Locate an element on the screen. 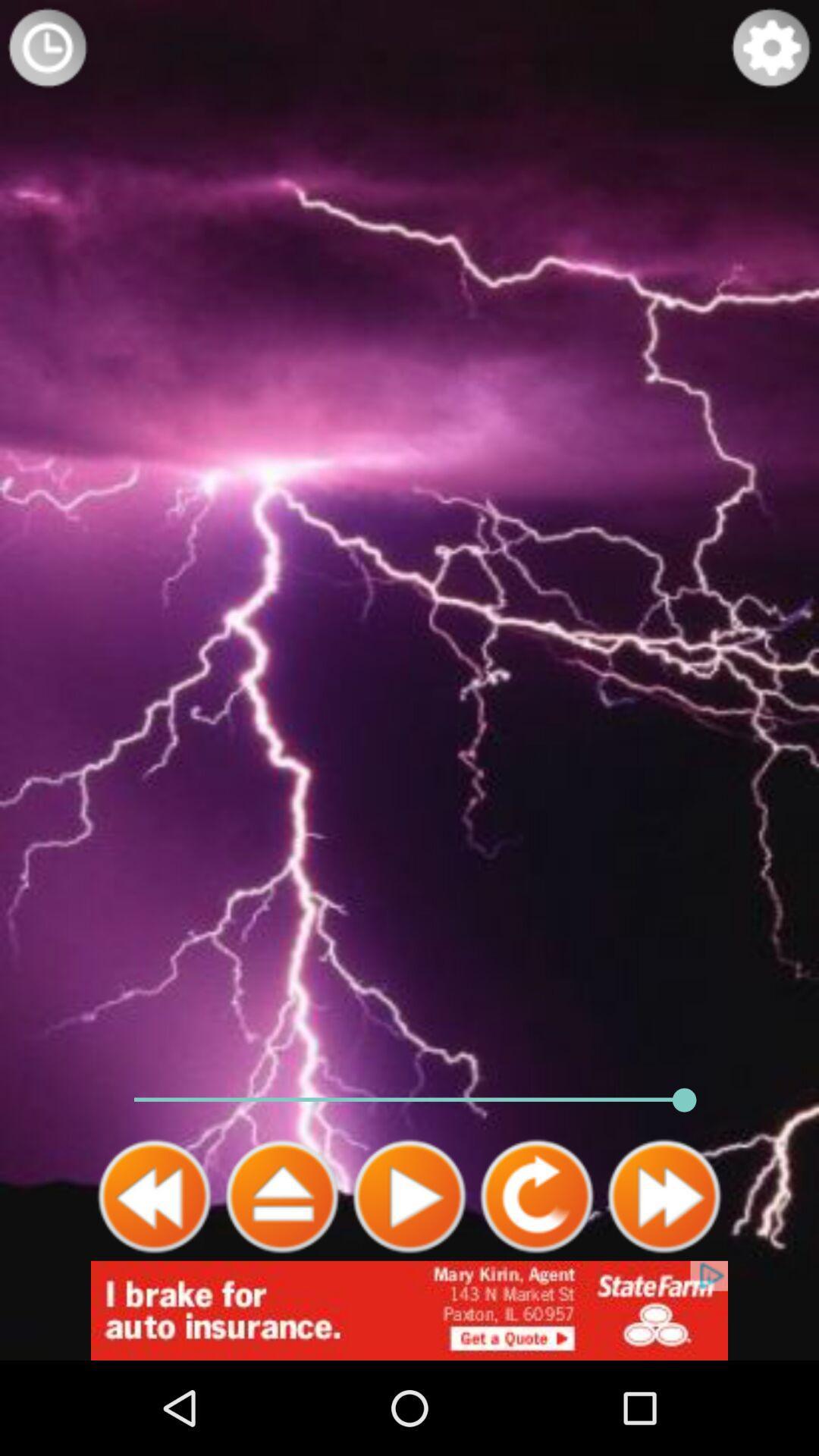 The width and height of the screenshot is (819, 1456). settings is located at coordinates (771, 47).